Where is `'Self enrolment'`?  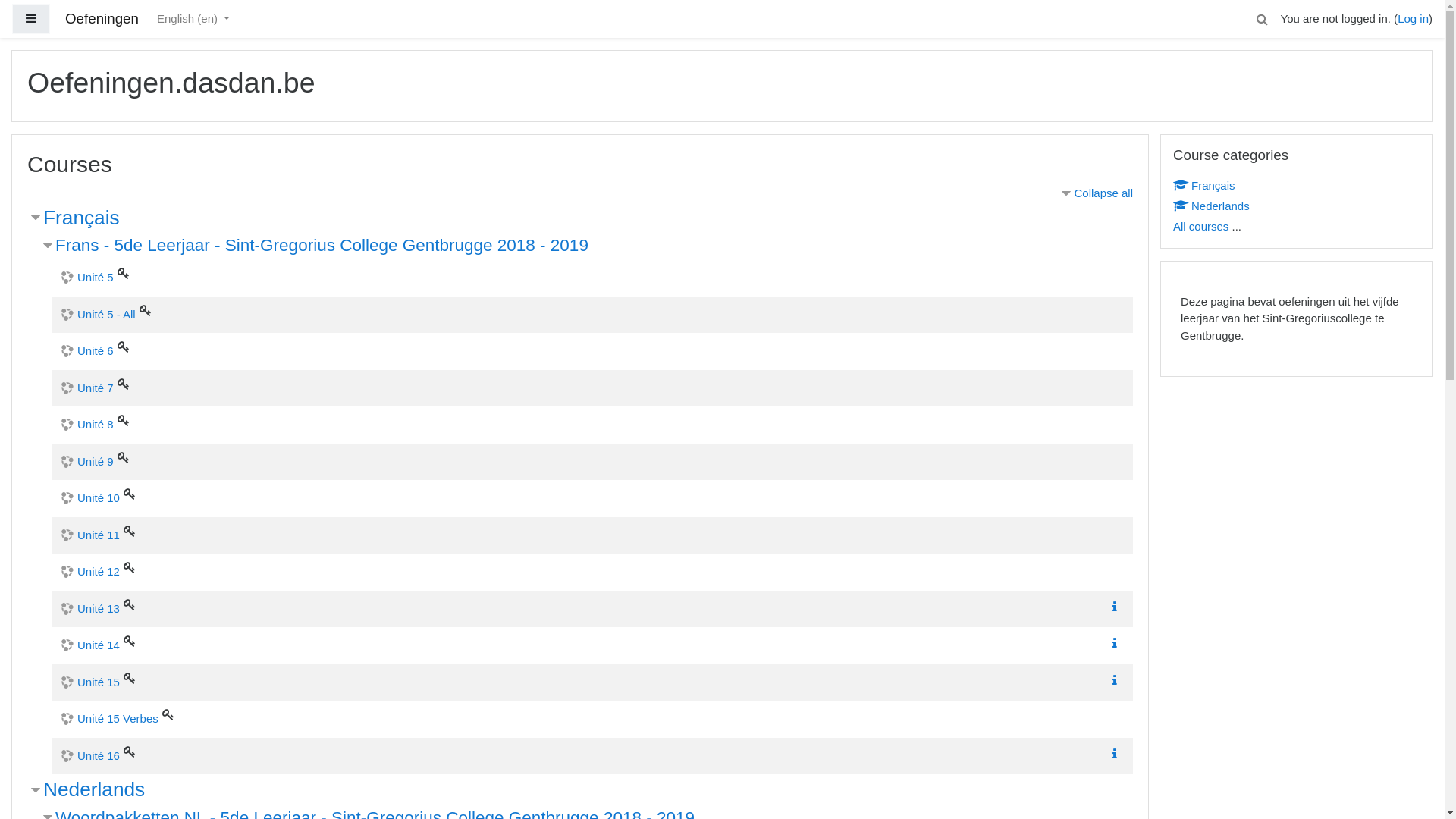 'Self enrolment' is located at coordinates (124, 455).